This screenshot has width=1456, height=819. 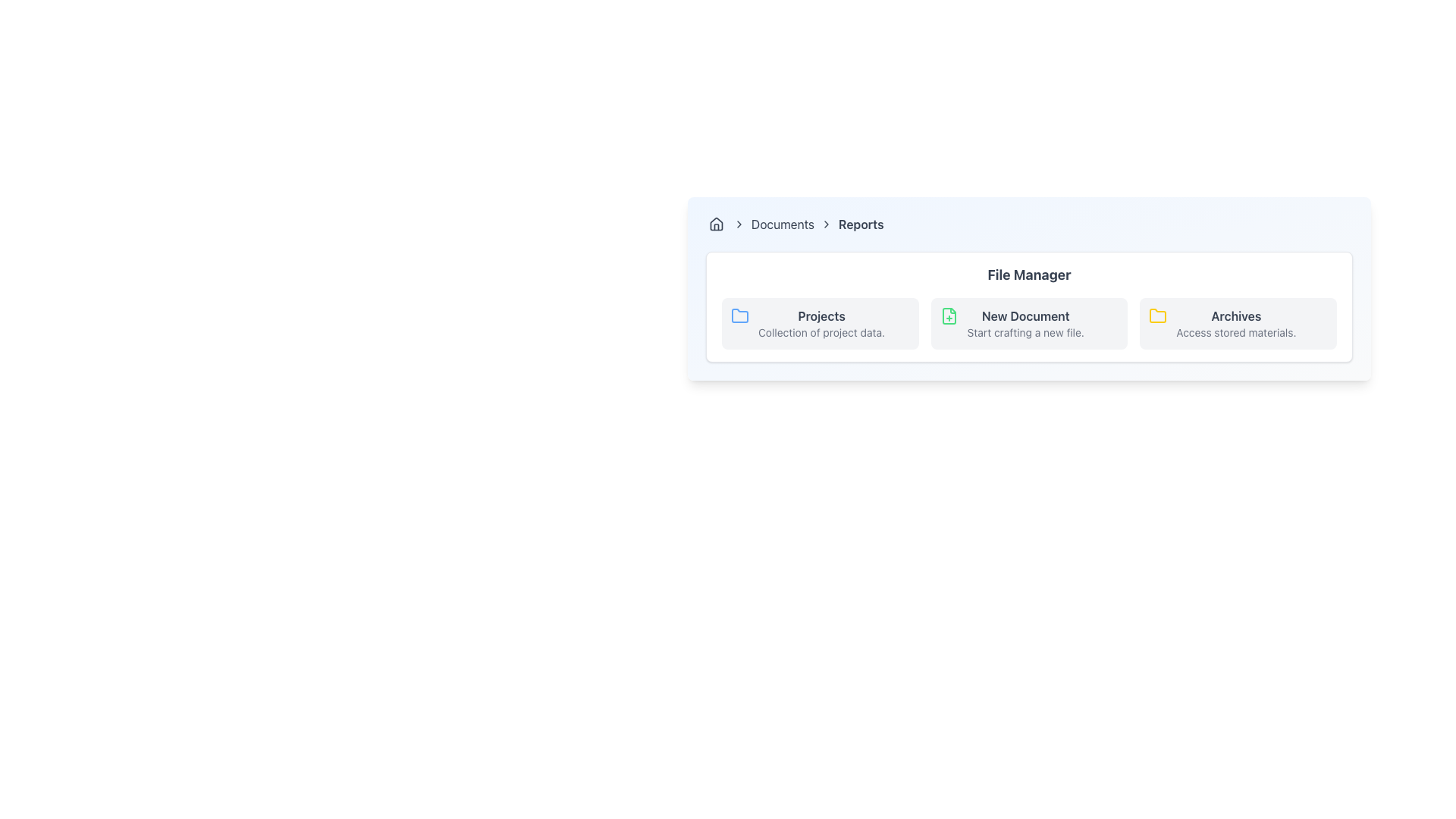 I want to click on the text label reading 'Access stored materials.' which is located beneath the 'Archives' title within the Archives card, so click(x=1236, y=332).